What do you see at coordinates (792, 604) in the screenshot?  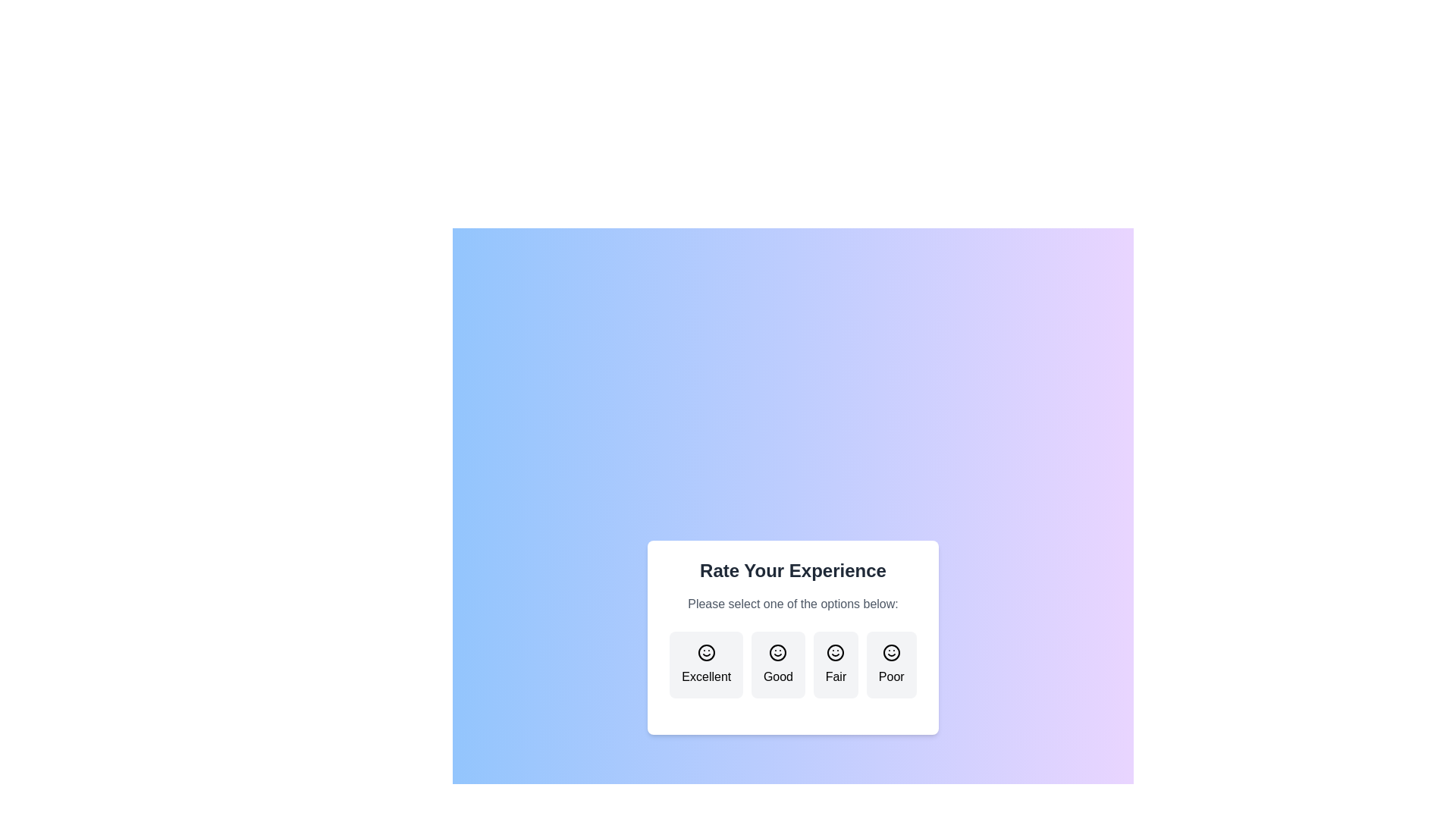 I see `the text label that reads 'Please select one of the options below:' which is located beneath the title 'Rate Your Experience' and above the option buttons` at bounding box center [792, 604].